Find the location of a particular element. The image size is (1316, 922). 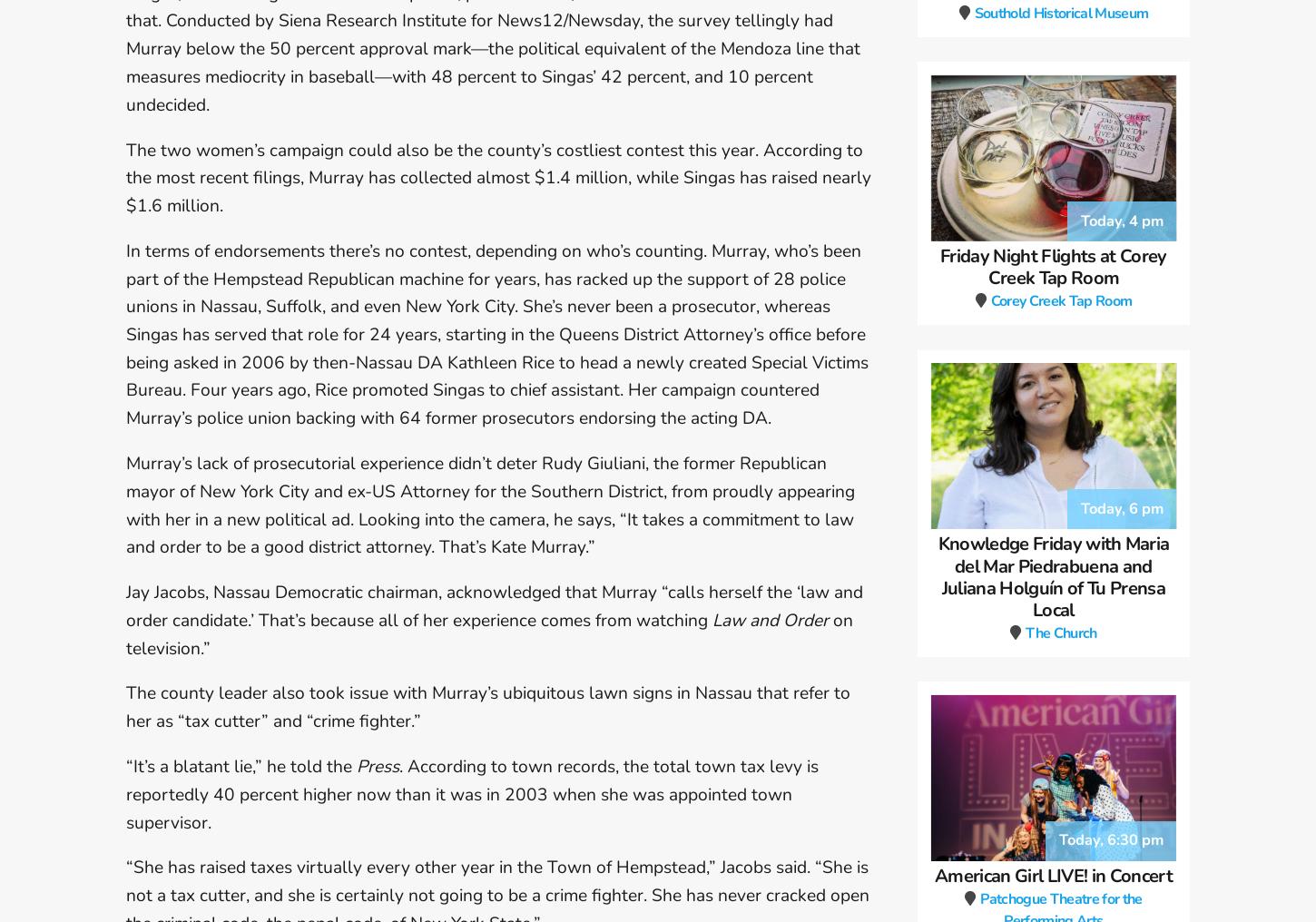

'In terms of endorsements there’s no contest, depending on who’s counting. Murray, who’s been part of the Hempstead Republican machine for years, has racked up the support of 28 police unions in Nassau, Suffolk, and even New York City. She’s never been a prosecutor, whereas Singas has served that role for 24 years, starting in the Queens District Attorney’s office before being asked in 2006 by then-Nassau DA Kathleen Rice to head a newly created Special Victims Bureau. Four years ago, Rice promoted Singas to chief assistant. Her campaign countered Murray’s police union backing with 64 former prosecutors endorsing the acting DA.' is located at coordinates (125, 334).